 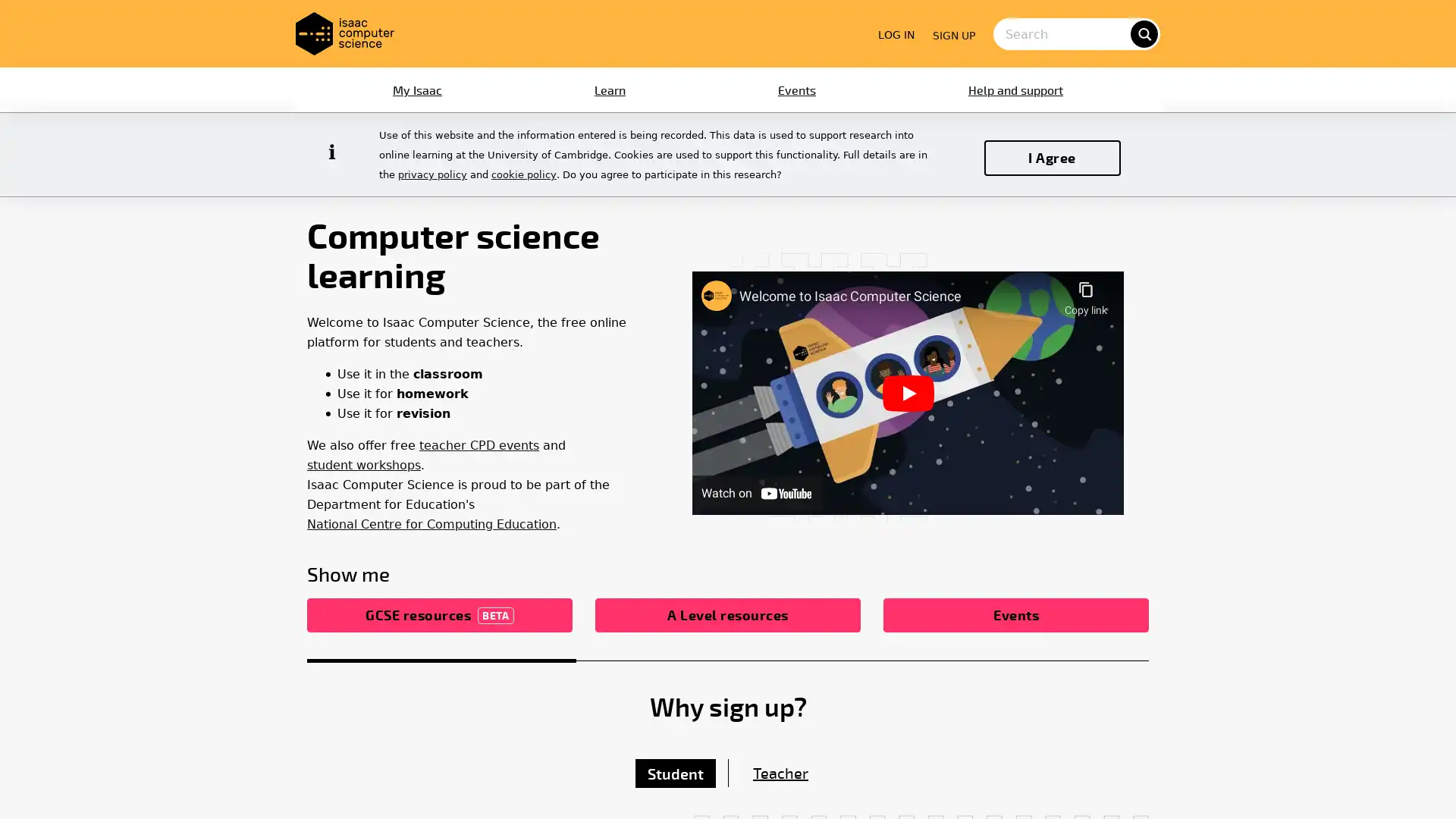 What do you see at coordinates (675, 772) in the screenshot?
I see `Student` at bounding box center [675, 772].